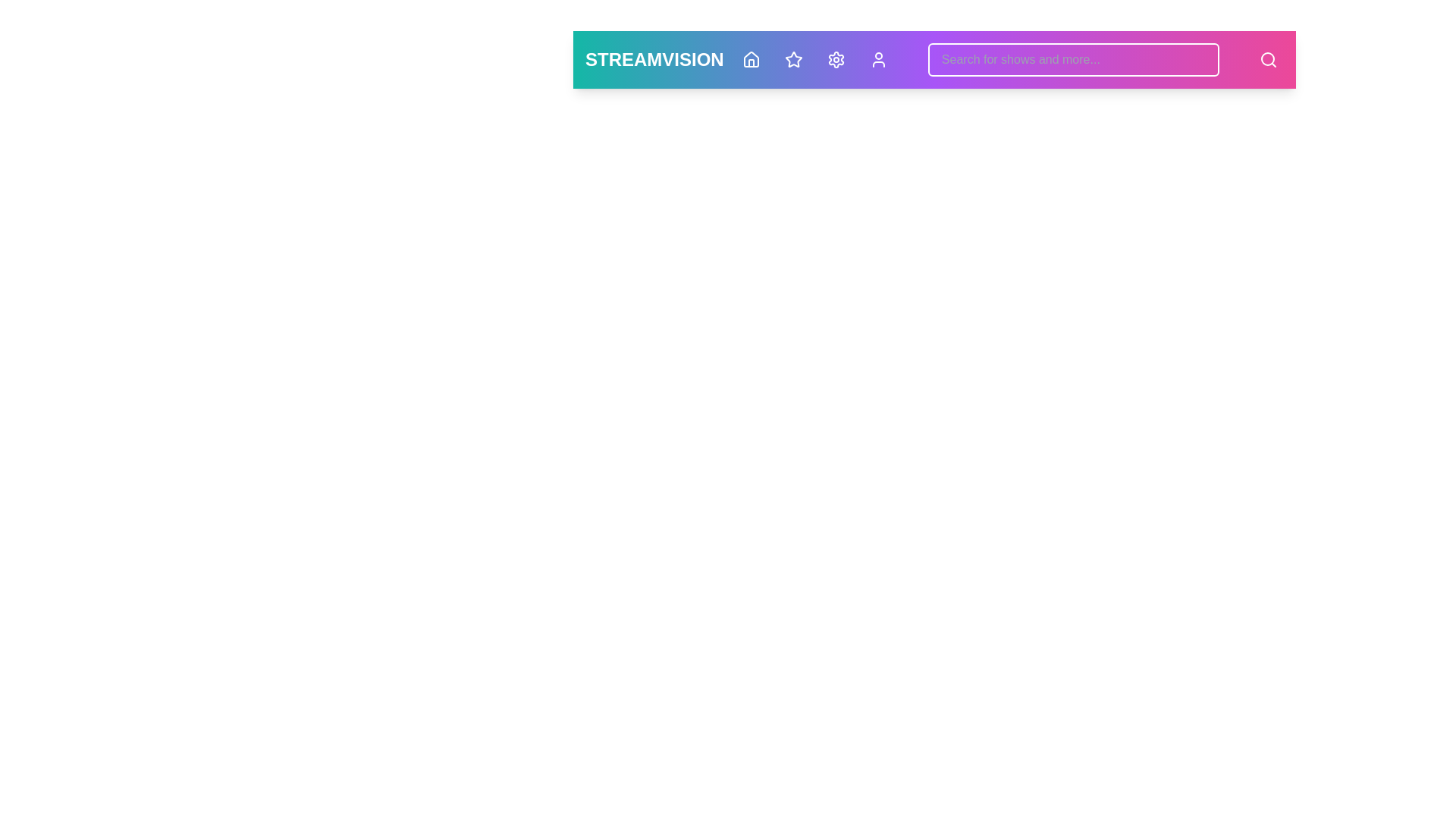  Describe the element at coordinates (835, 58) in the screenshot. I see `the settings navigation button` at that location.